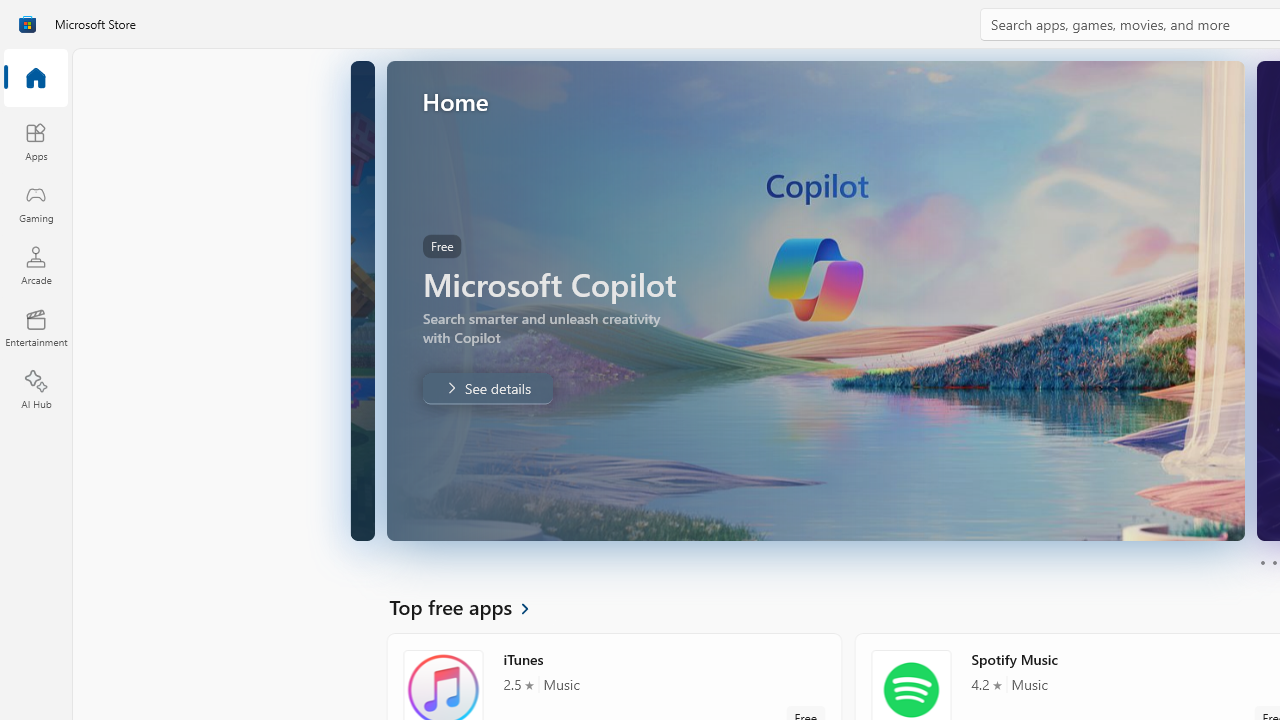 This screenshot has width=1280, height=720. Describe the element at coordinates (470, 605) in the screenshot. I see `'See all  Top free apps'` at that location.